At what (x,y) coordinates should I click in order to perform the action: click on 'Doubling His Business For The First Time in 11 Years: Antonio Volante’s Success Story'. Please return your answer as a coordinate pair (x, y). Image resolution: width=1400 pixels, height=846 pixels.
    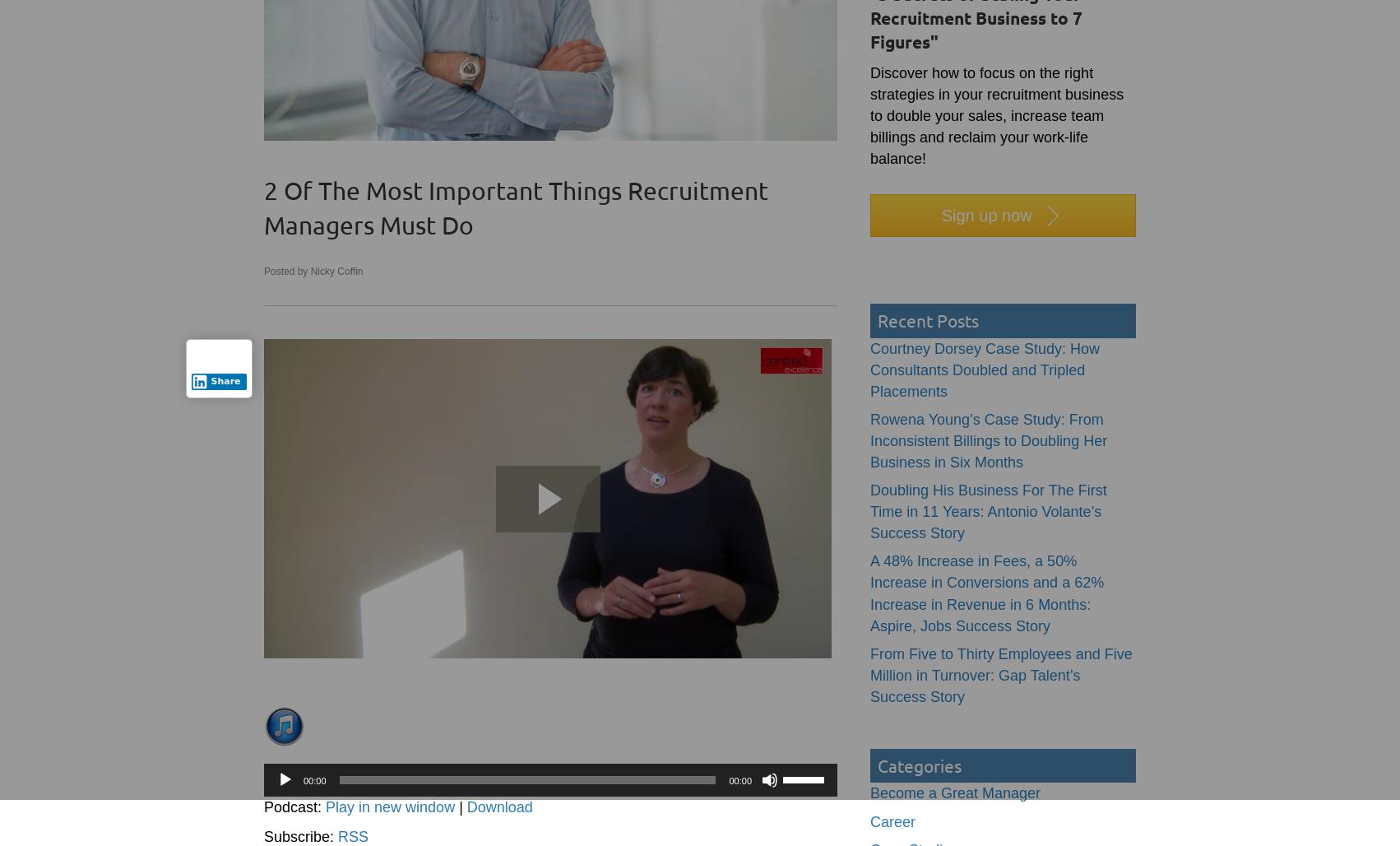
    Looking at the image, I should click on (988, 511).